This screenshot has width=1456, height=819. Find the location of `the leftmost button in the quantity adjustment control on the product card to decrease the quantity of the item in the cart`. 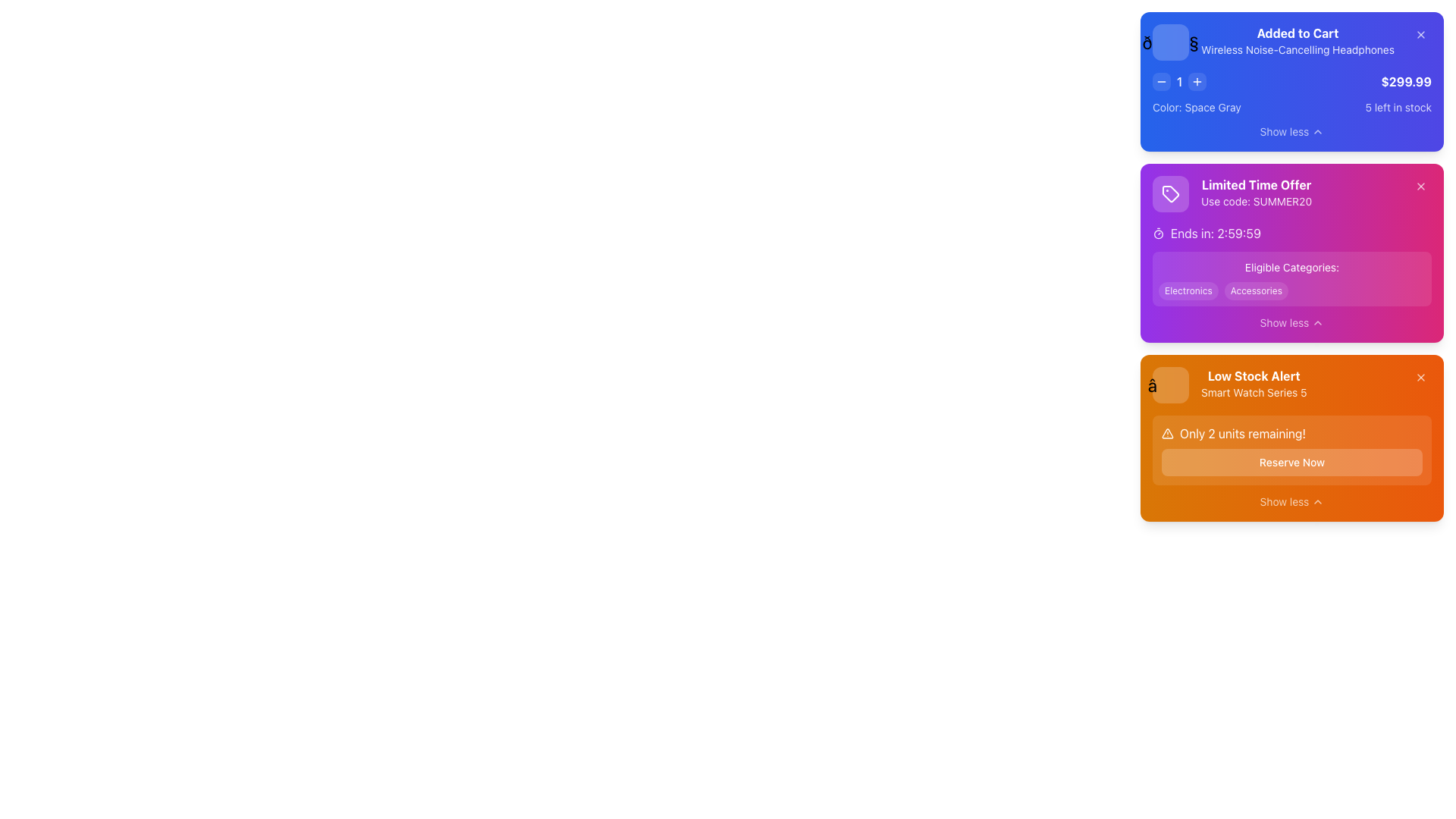

the leftmost button in the quantity adjustment control on the product card to decrease the quantity of the item in the cart is located at coordinates (1160, 82).